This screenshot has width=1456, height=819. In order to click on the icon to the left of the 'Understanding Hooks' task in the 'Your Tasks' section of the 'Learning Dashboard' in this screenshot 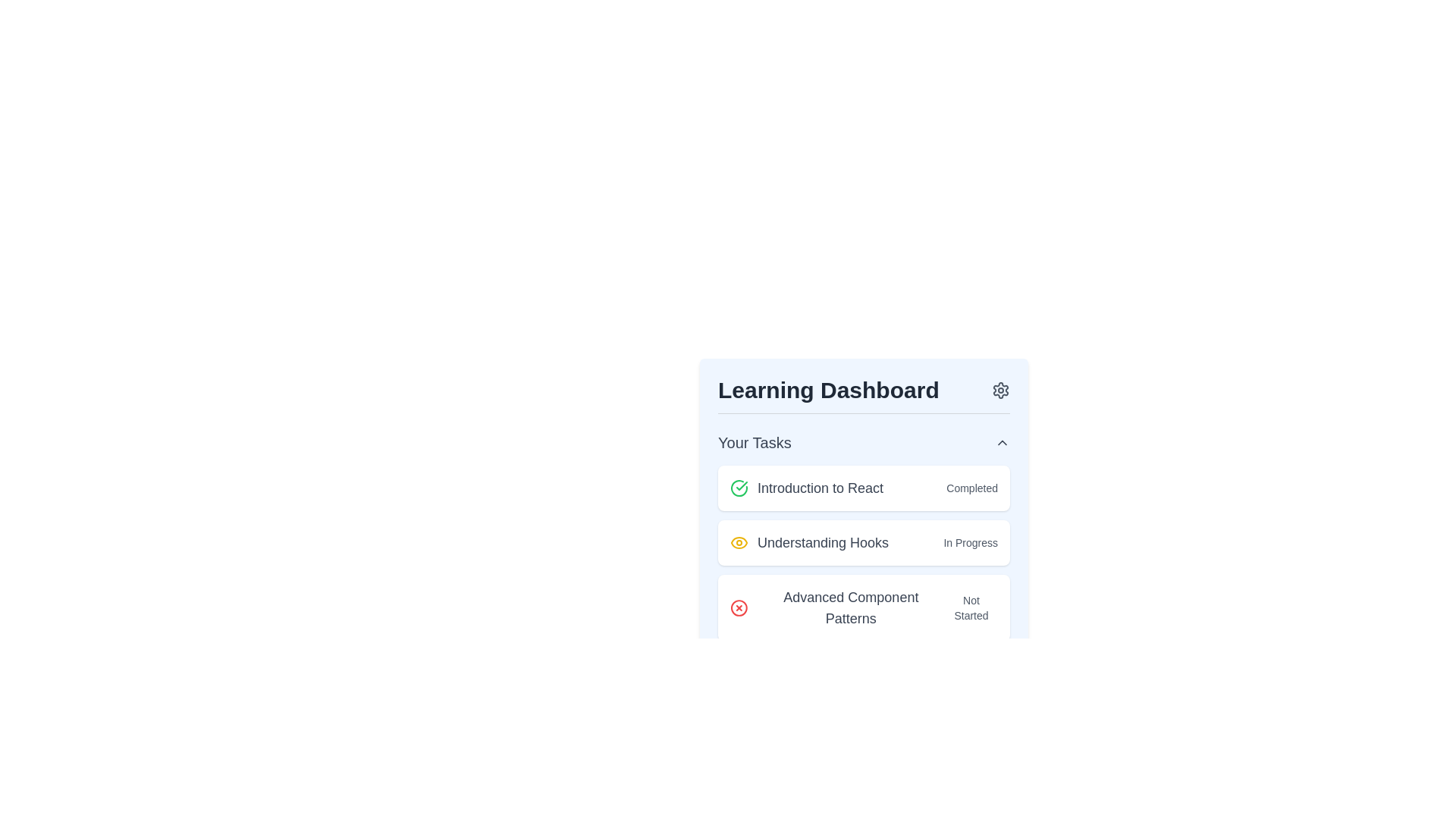, I will do `click(739, 542)`.